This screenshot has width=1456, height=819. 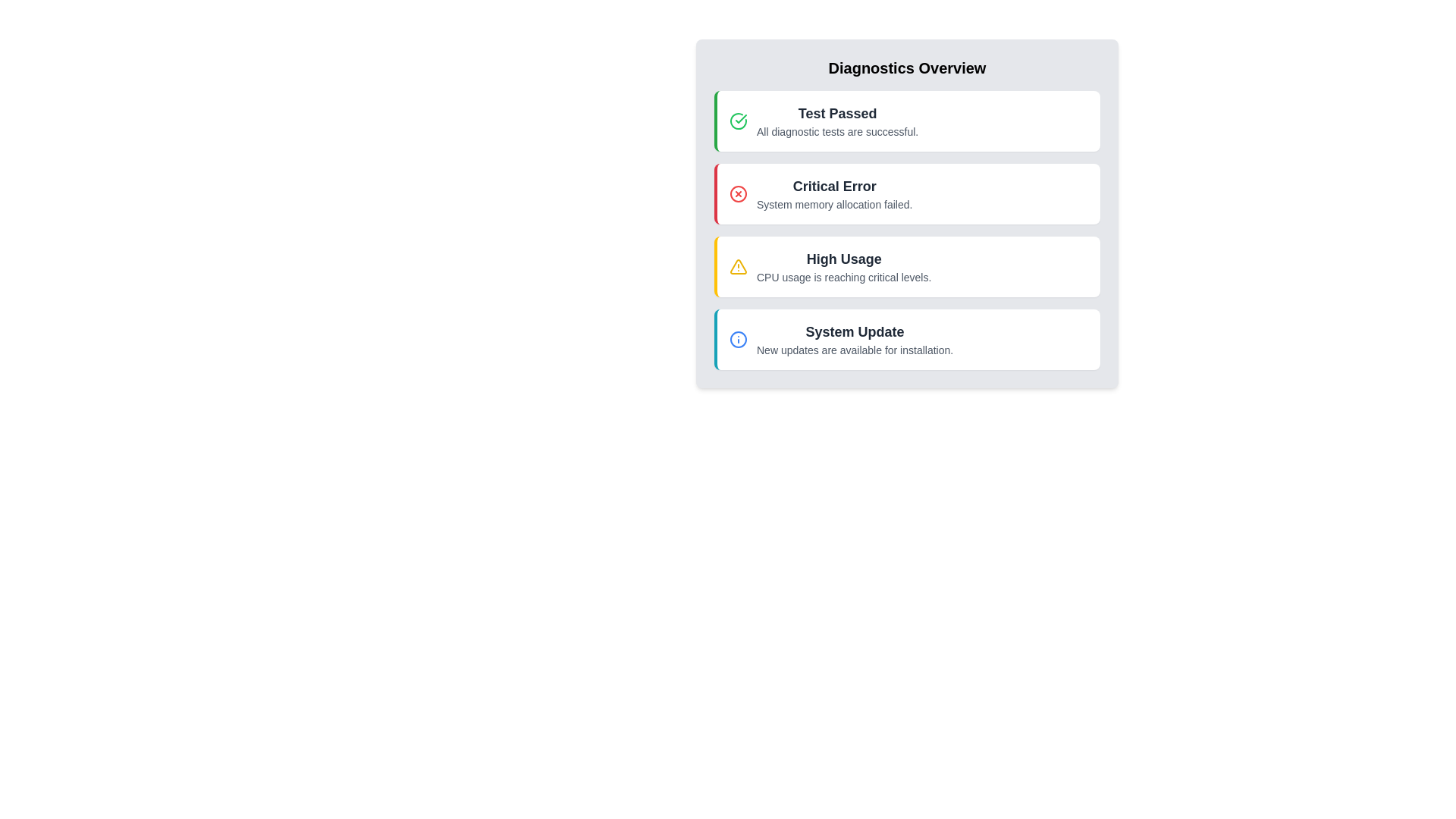 I want to click on the 'Test Passed' icon, which visually indicates that all diagnostic tests were successful, located at the left side of the corresponding list item, so click(x=739, y=120).